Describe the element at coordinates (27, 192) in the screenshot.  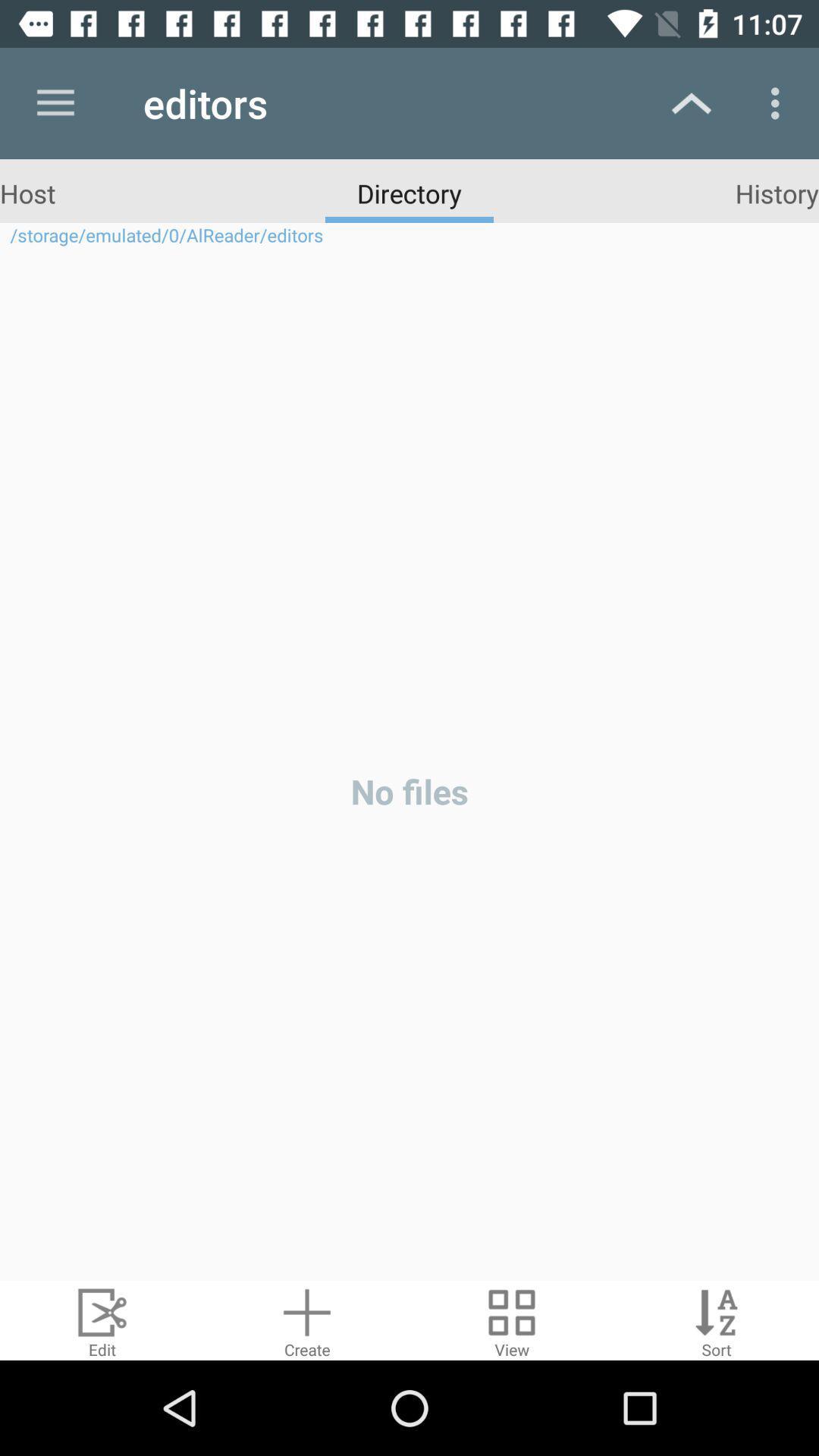
I see `item next to directory app` at that location.